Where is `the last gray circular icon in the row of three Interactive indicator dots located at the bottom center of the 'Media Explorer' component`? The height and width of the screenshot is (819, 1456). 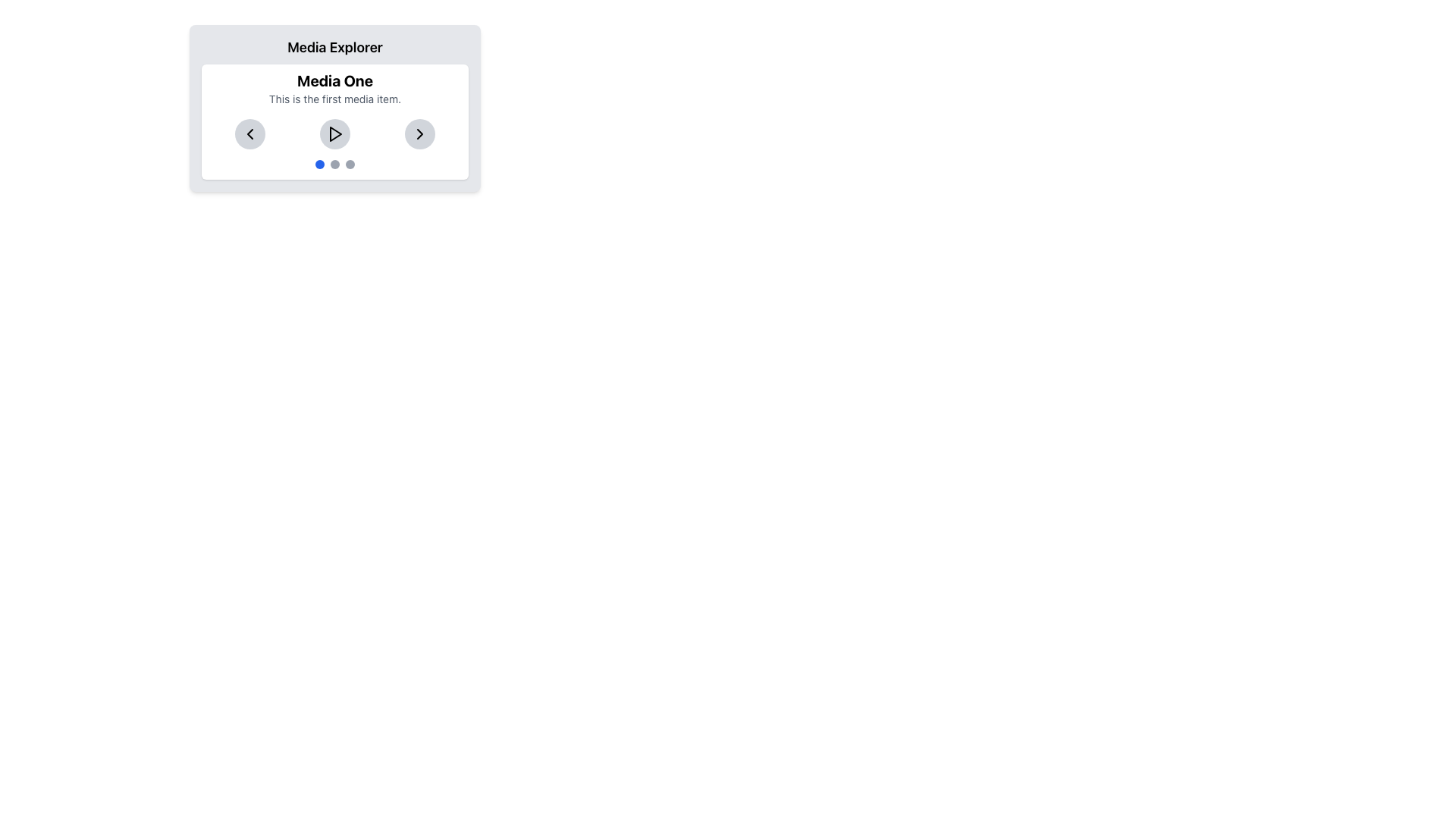 the last gray circular icon in the row of three Interactive indicator dots located at the bottom center of the 'Media Explorer' component is located at coordinates (349, 164).